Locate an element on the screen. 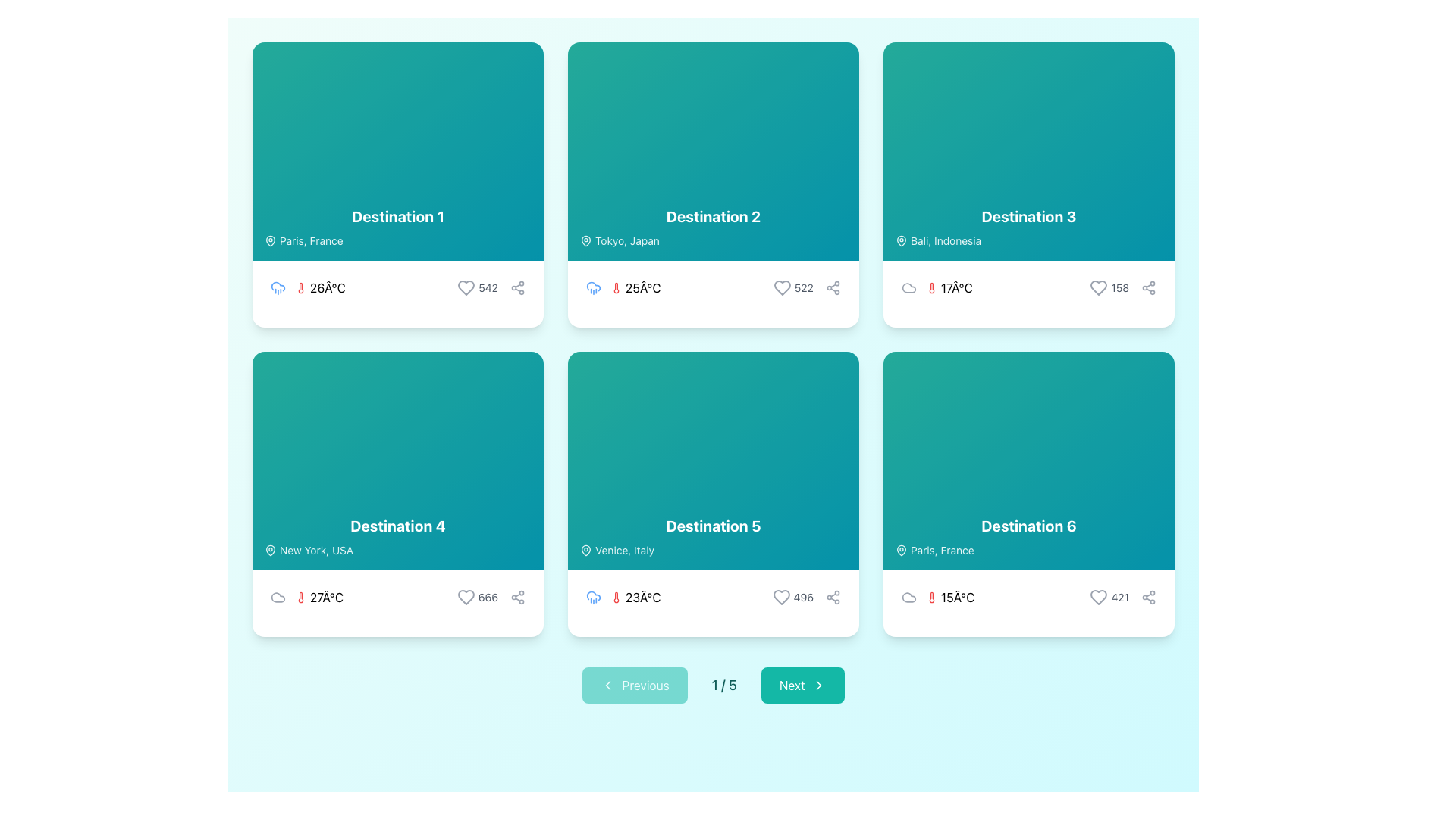 The height and width of the screenshot is (819, 1456). displayed information on the Informative Card labeled 'Destination 3' with the subtitle 'Bali, Indonesia', located in the third column of the first row is located at coordinates (1029, 184).